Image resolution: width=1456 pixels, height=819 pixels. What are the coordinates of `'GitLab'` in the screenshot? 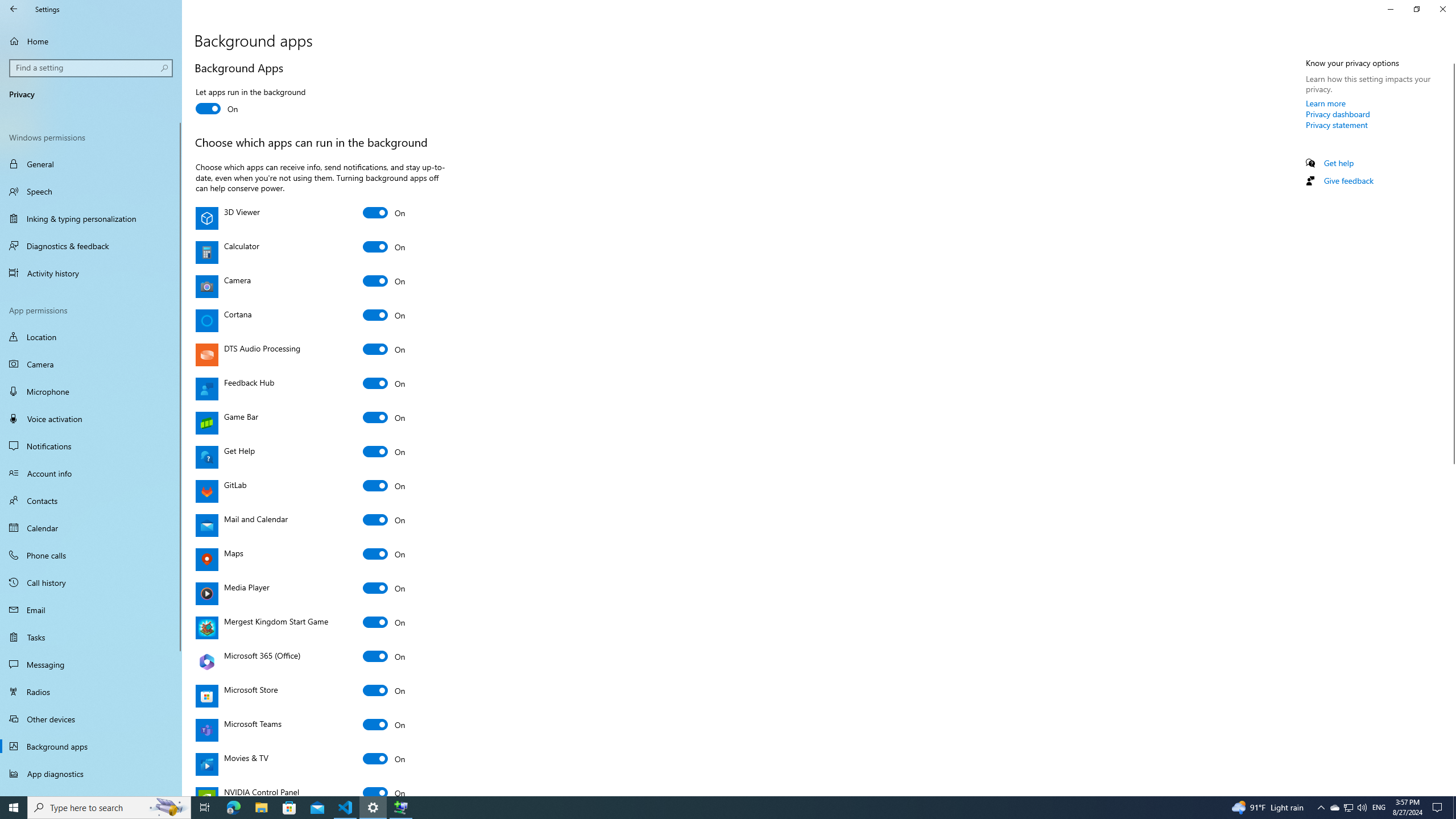 It's located at (383, 485).